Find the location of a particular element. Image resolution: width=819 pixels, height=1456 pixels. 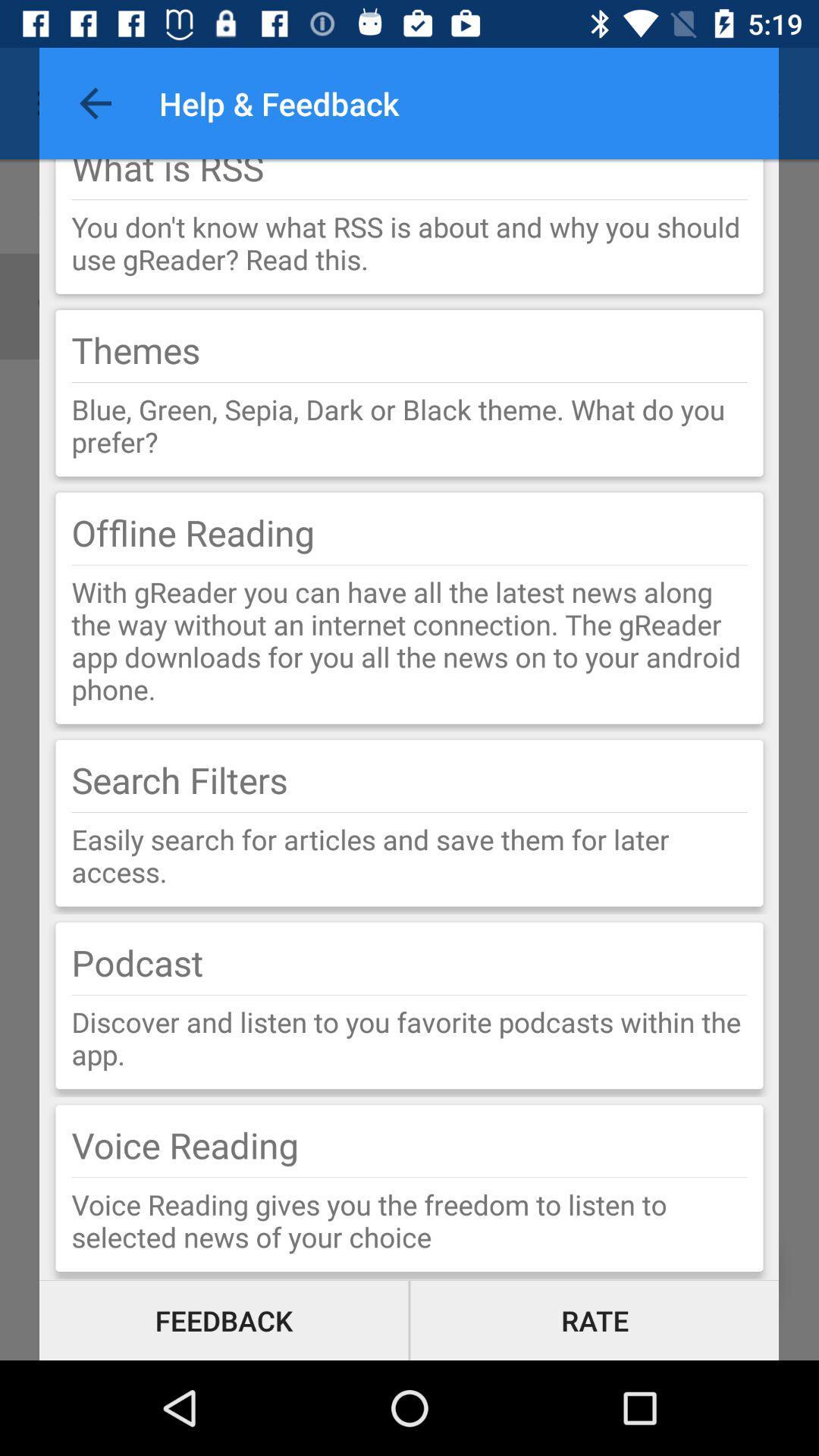

blue green sepia icon is located at coordinates (409, 425).